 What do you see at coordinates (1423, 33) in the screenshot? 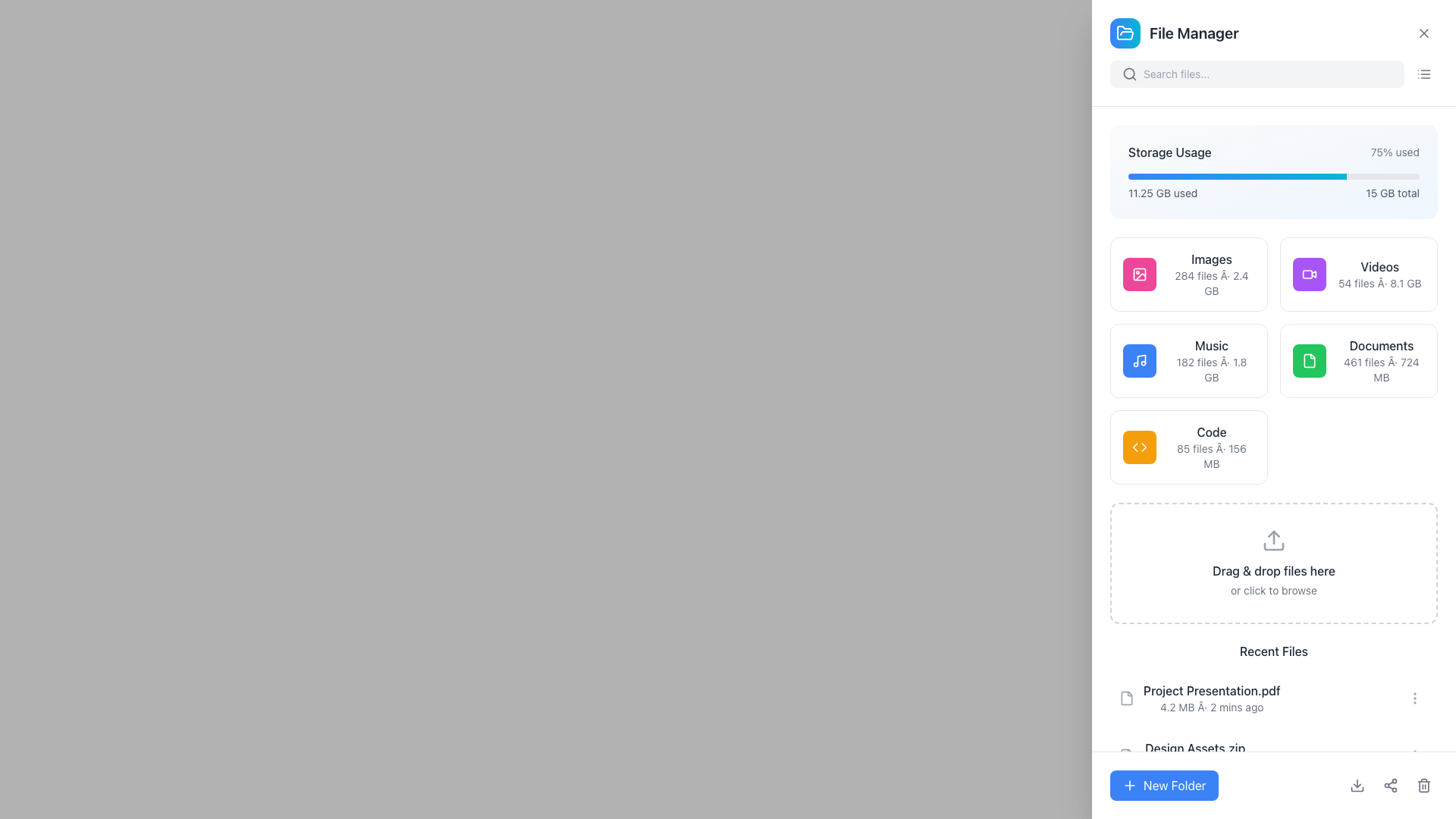
I see `the 'X' icon button located in the top right corner of the File Manager interface, which is used for closing or dismissing the window` at bounding box center [1423, 33].